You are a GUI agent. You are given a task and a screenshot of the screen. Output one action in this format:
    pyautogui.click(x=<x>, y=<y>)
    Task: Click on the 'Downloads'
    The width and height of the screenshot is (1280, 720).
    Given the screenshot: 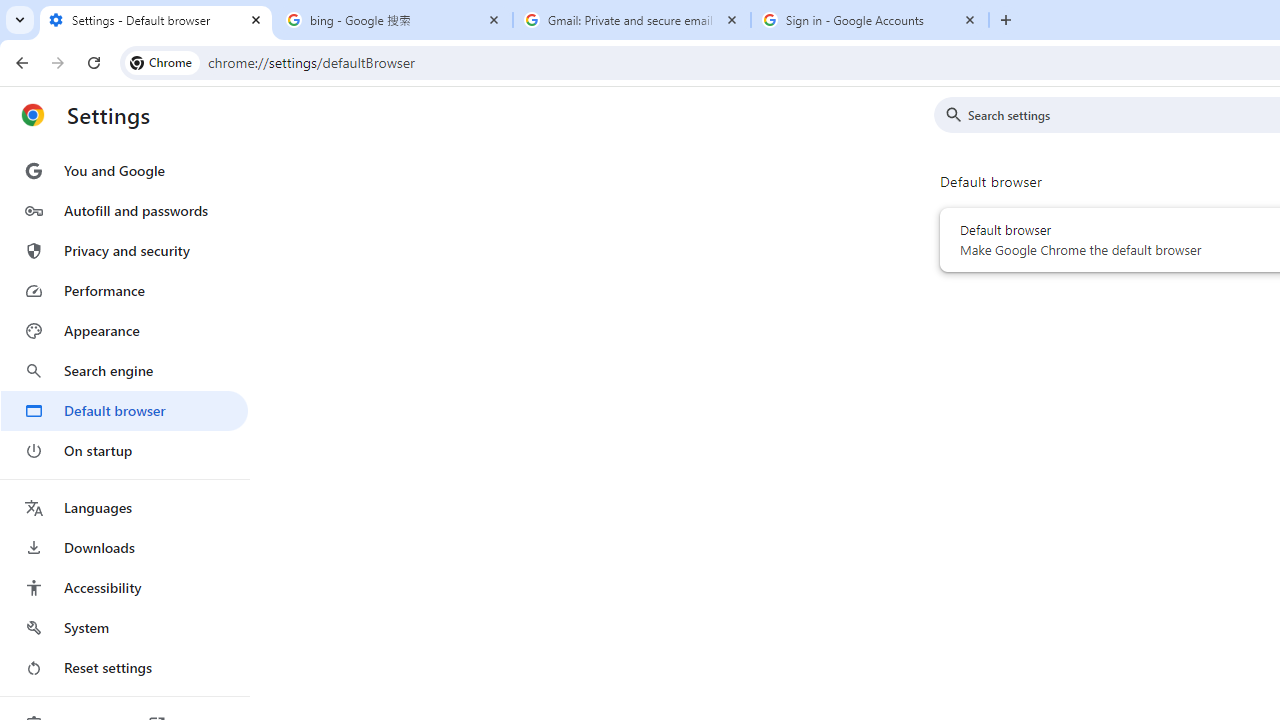 What is the action you would take?
    pyautogui.click(x=123, y=547)
    